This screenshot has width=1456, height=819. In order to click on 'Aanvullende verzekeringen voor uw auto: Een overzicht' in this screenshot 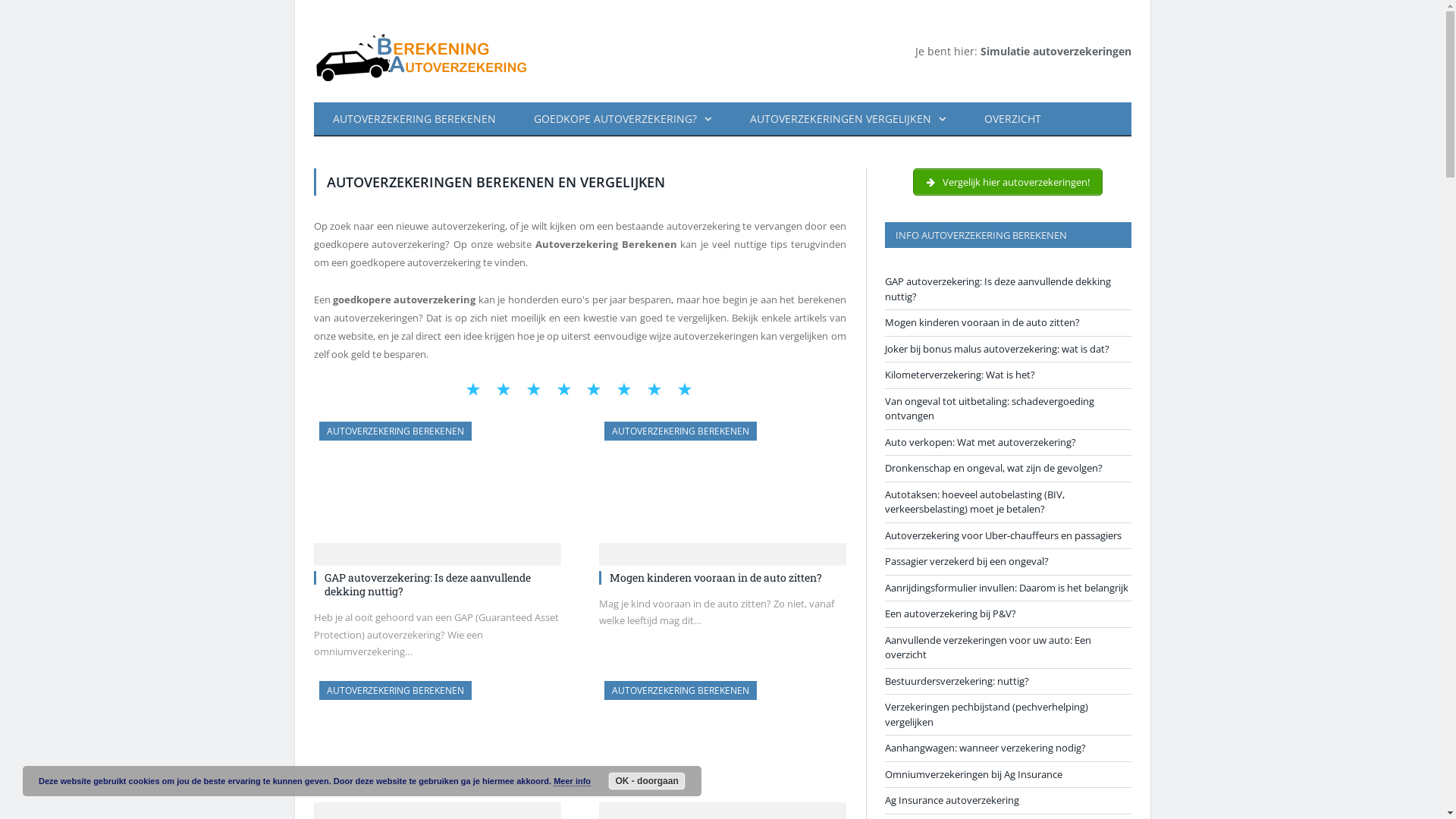, I will do `click(987, 646)`.